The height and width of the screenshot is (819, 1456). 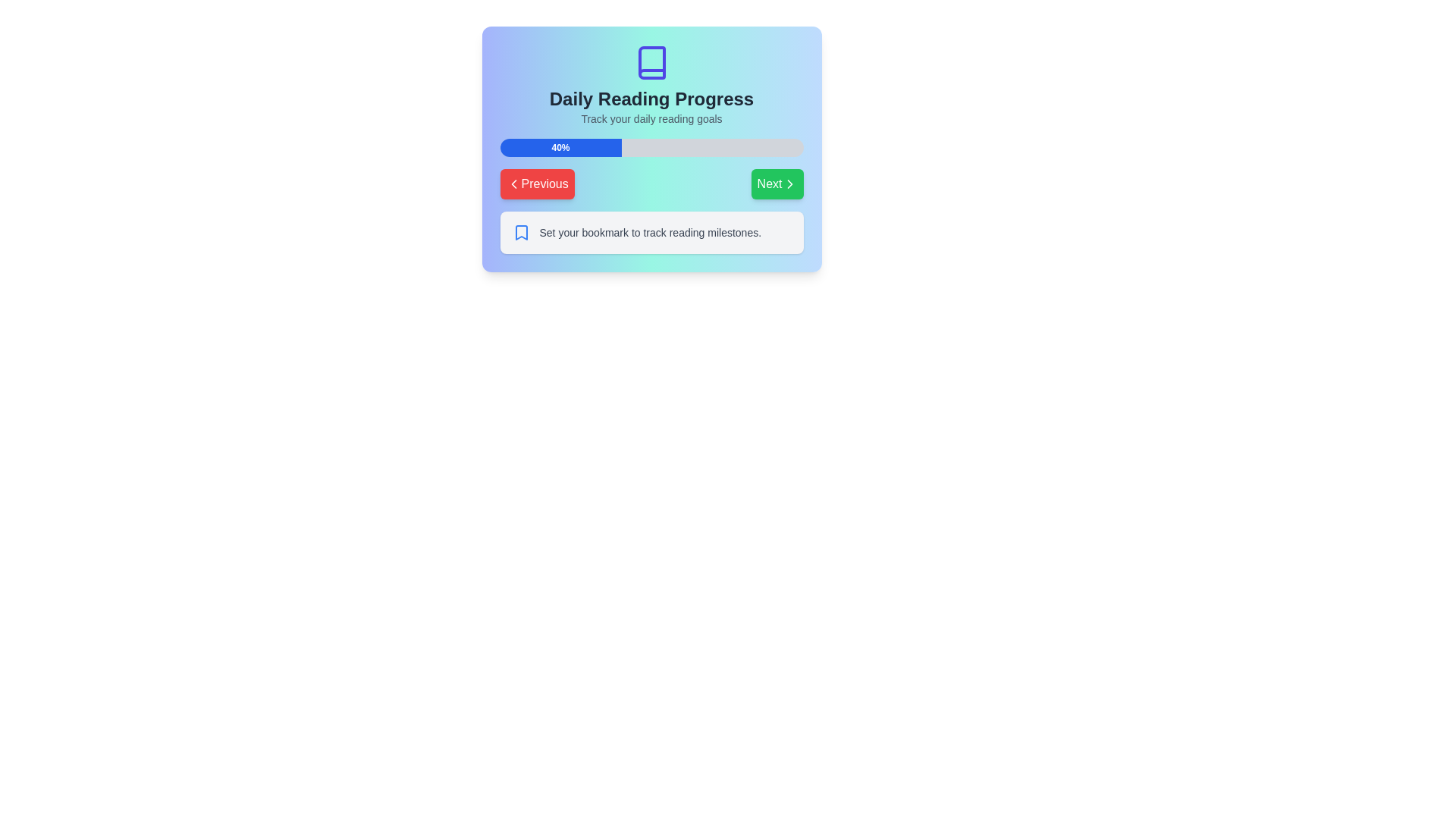 What do you see at coordinates (651, 85) in the screenshot?
I see `the informational block displaying 'Daily Reading Progress', which includes a book icon and a subheading about tracking daily reading goals` at bounding box center [651, 85].